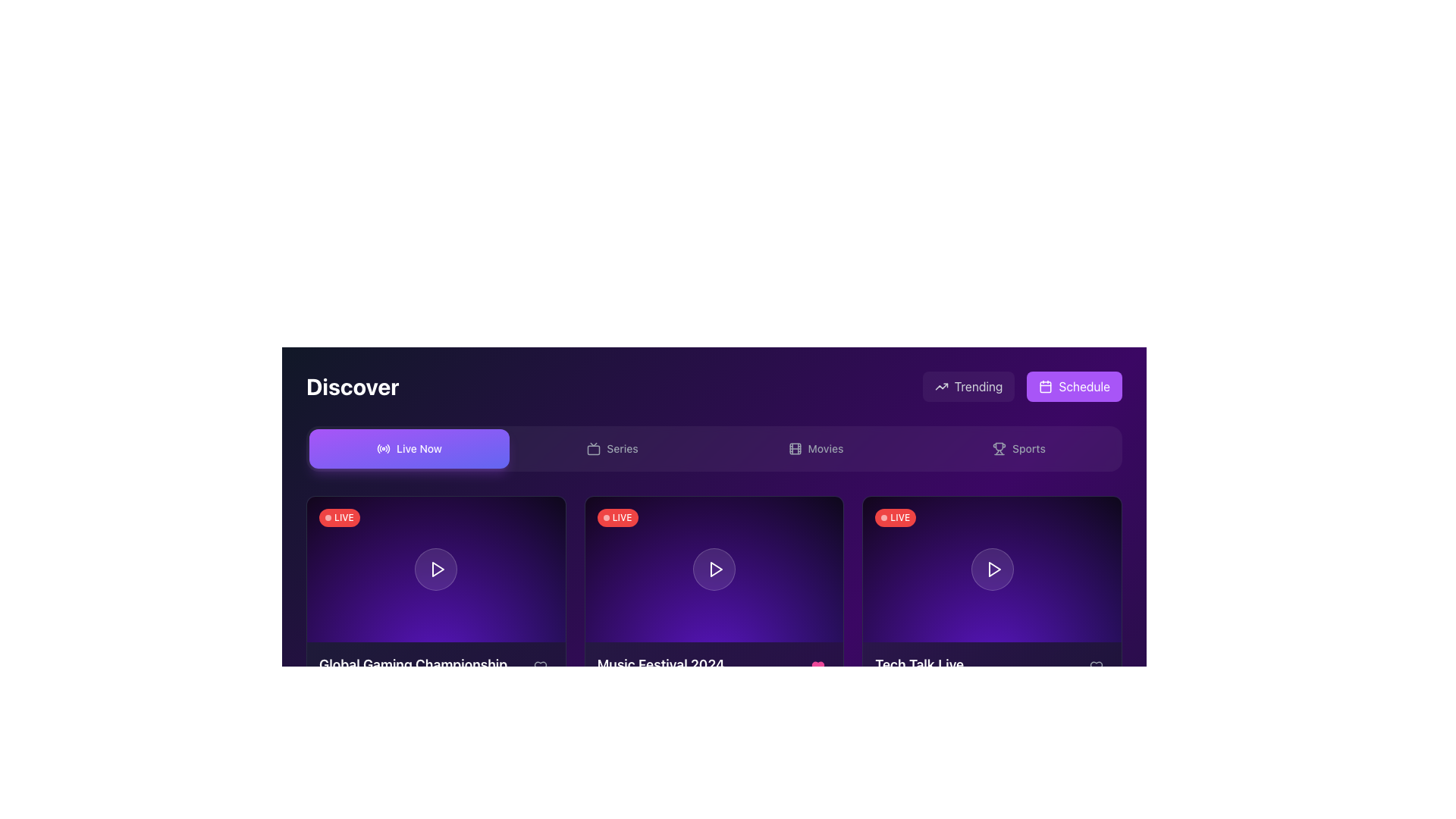  I want to click on the 'Live Now' button, which has an Icon (SVG graphic) indicating live activity positioned to the left of the button text, so click(384, 447).